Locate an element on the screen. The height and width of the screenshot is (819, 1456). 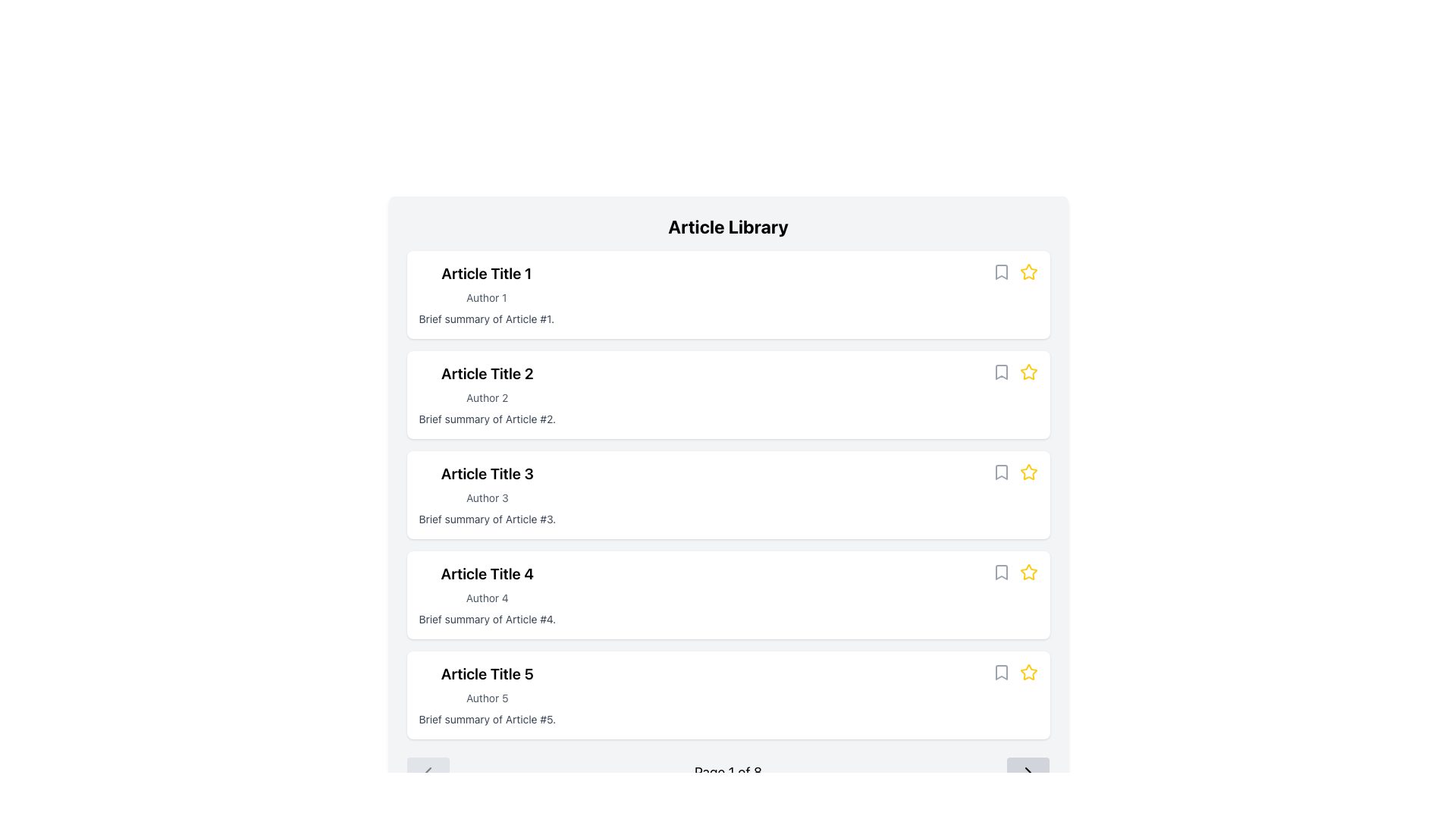
the fourth article entry in the list, which includes the title, author name, and brief summary is located at coordinates (487, 595).